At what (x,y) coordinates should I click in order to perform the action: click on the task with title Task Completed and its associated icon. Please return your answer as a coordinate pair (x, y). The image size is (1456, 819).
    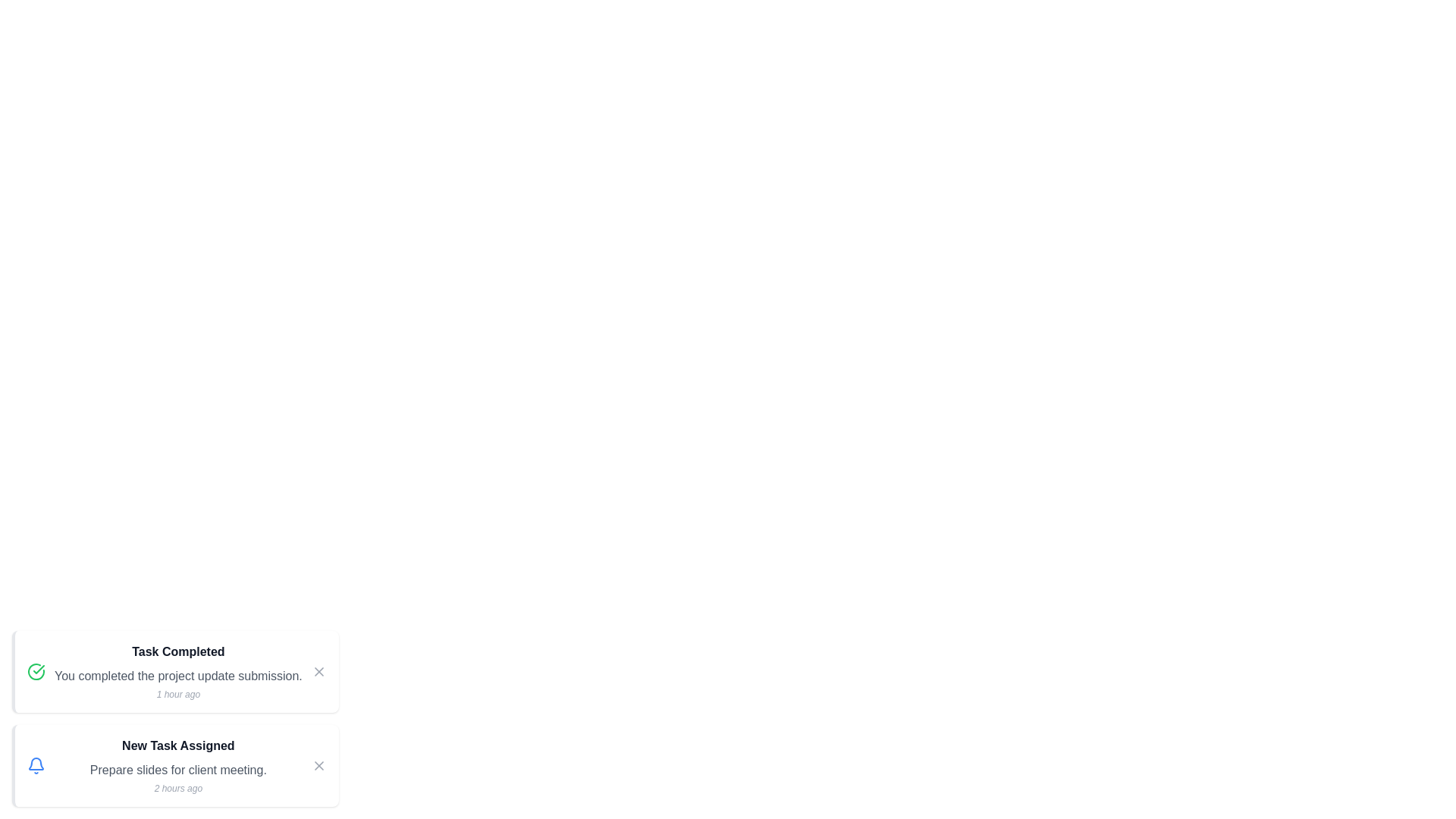
    Looking at the image, I should click on (178, 651).